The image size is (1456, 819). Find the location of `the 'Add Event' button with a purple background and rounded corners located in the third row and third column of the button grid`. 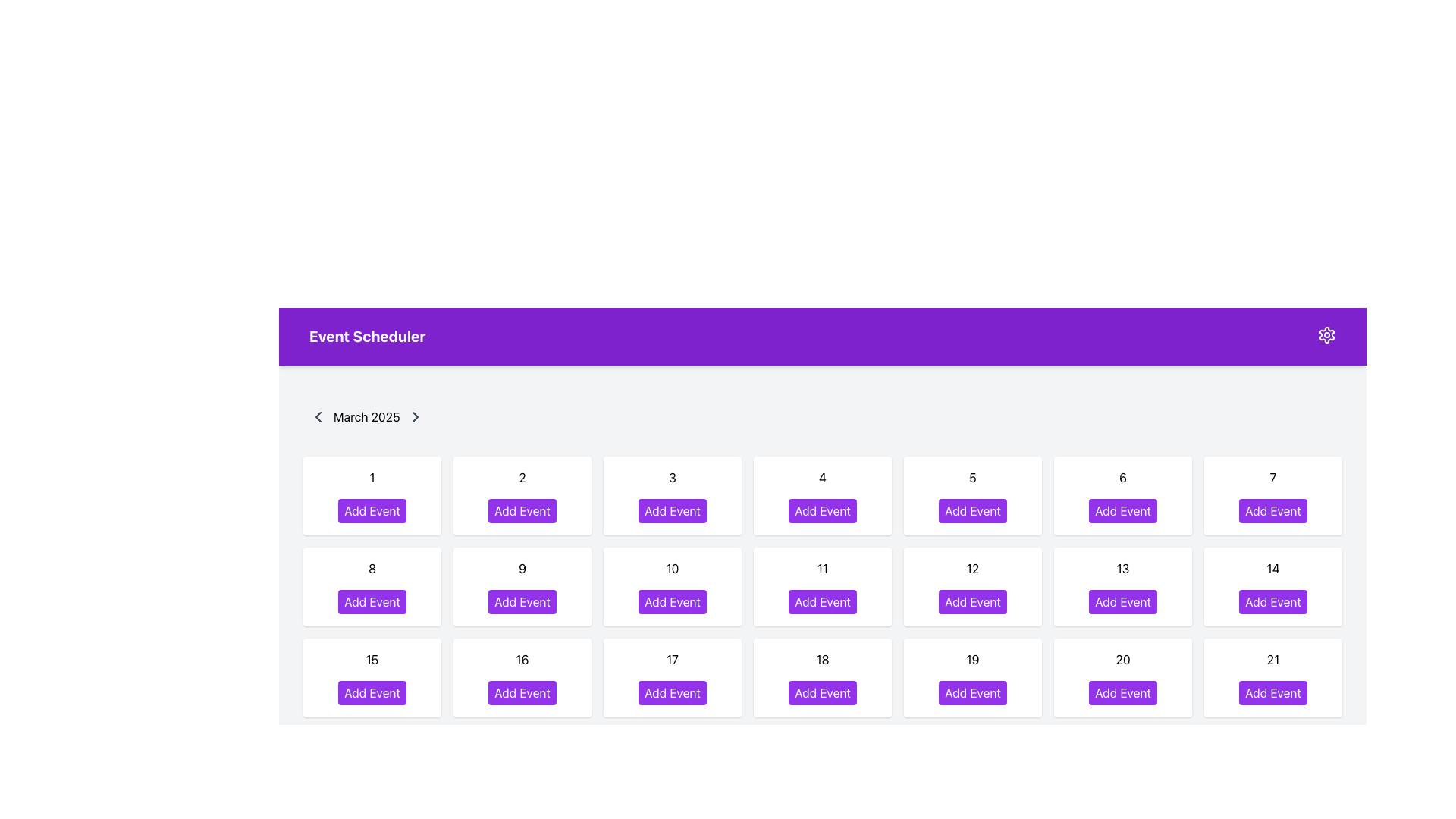

the 'Add Event' button with a purple background and rounded corners located in the third row and third column of the button grid is located at coordinates (1123, 601).